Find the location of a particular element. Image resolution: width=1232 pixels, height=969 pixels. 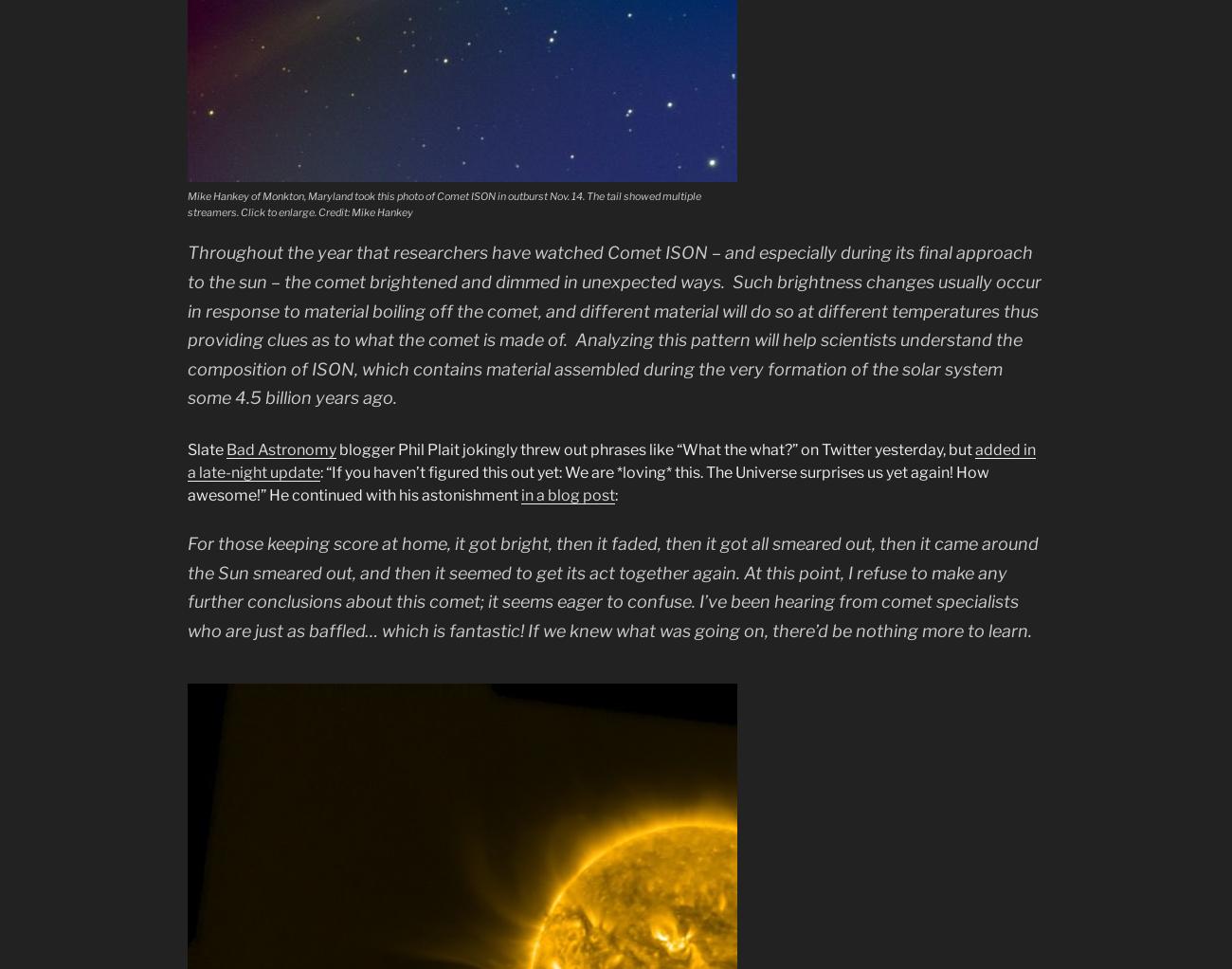

': “If you haven’t figured this out yet: We are *loving* this. The Universe surprises us yet again! How awesome!” He continued with his astonishment' is located at coordinates (589, 483).